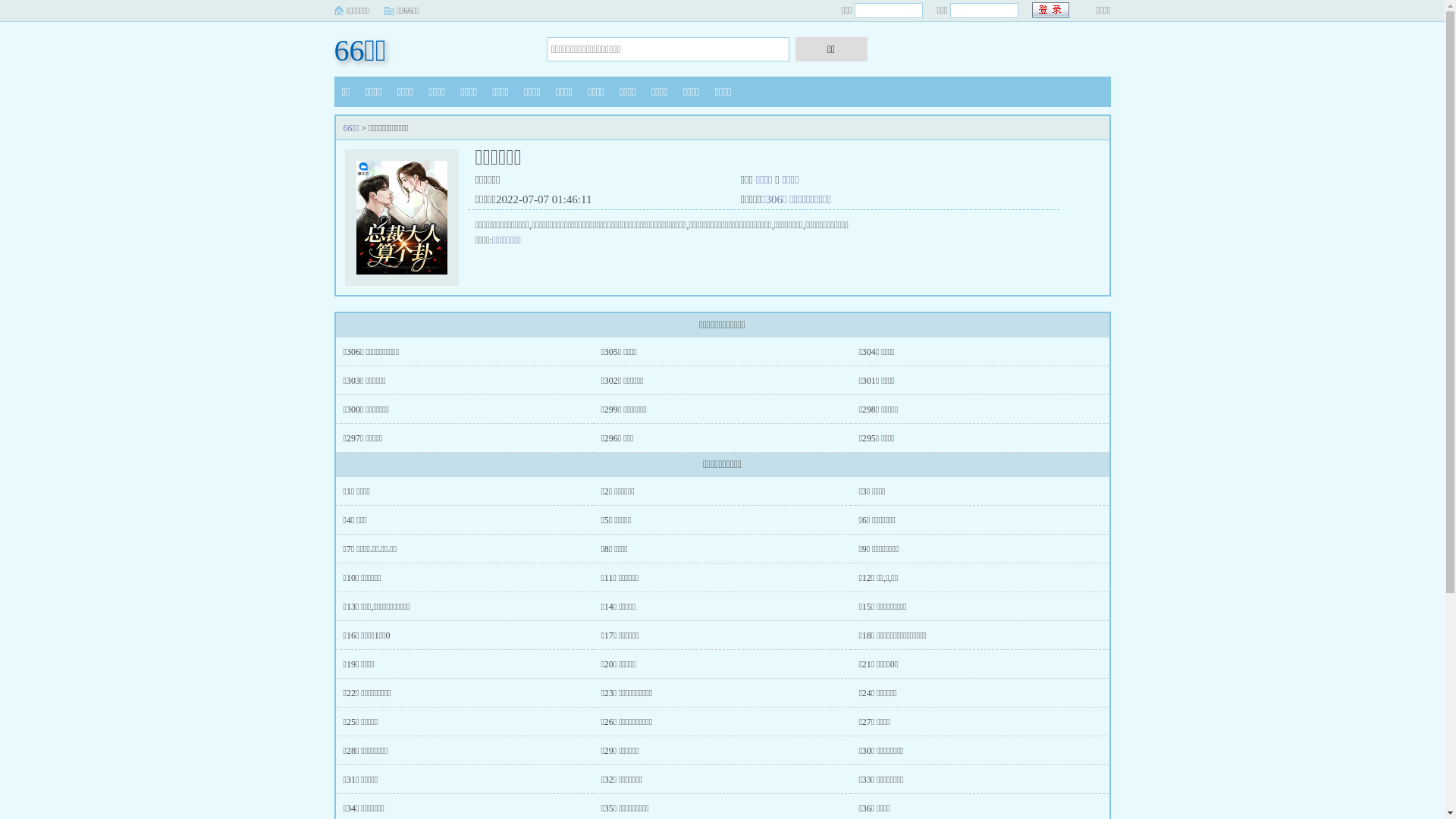  I want to click on ' ', so click(1050, 10).